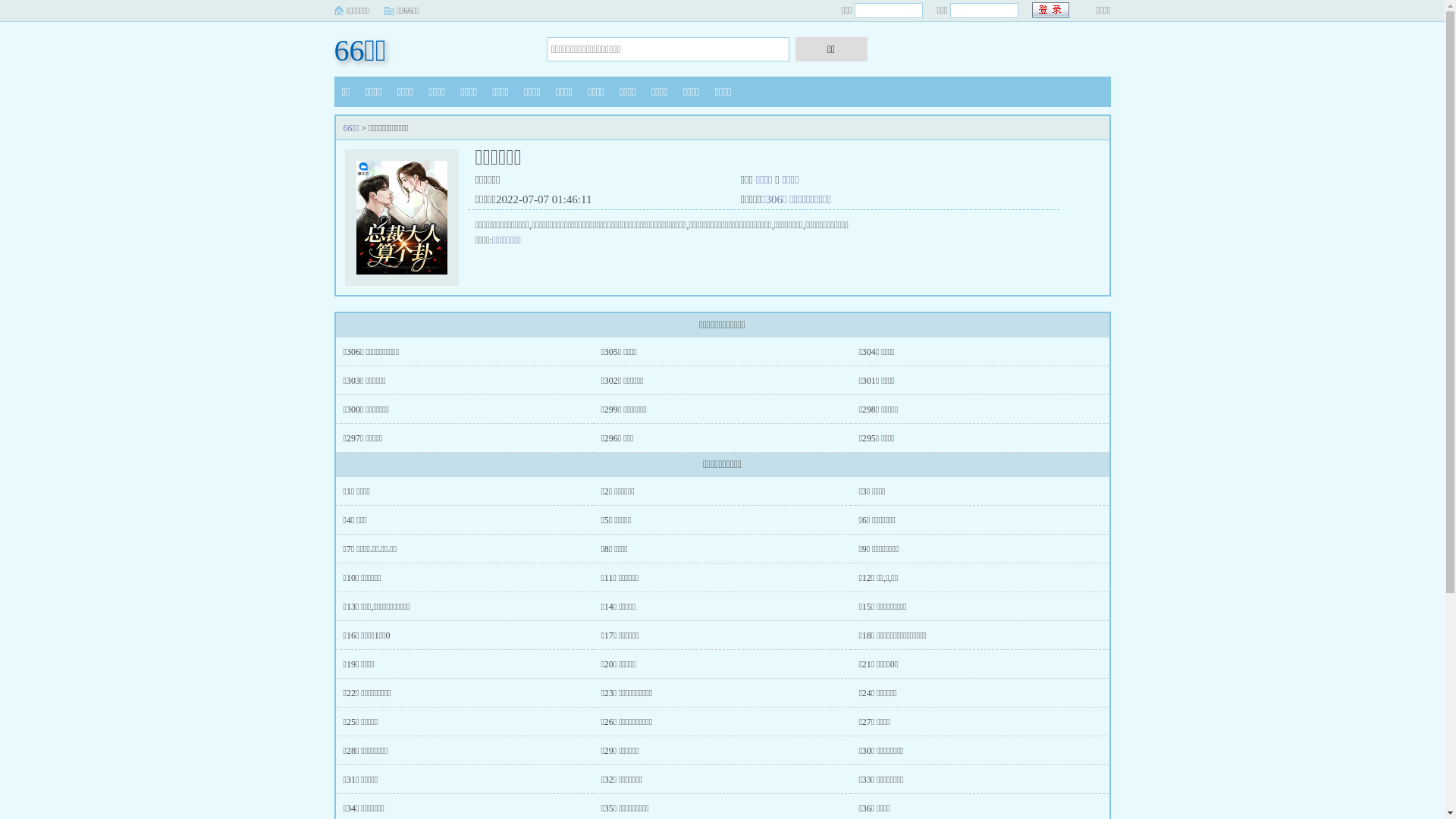  I want to click on ' ', so click(1050, 10).